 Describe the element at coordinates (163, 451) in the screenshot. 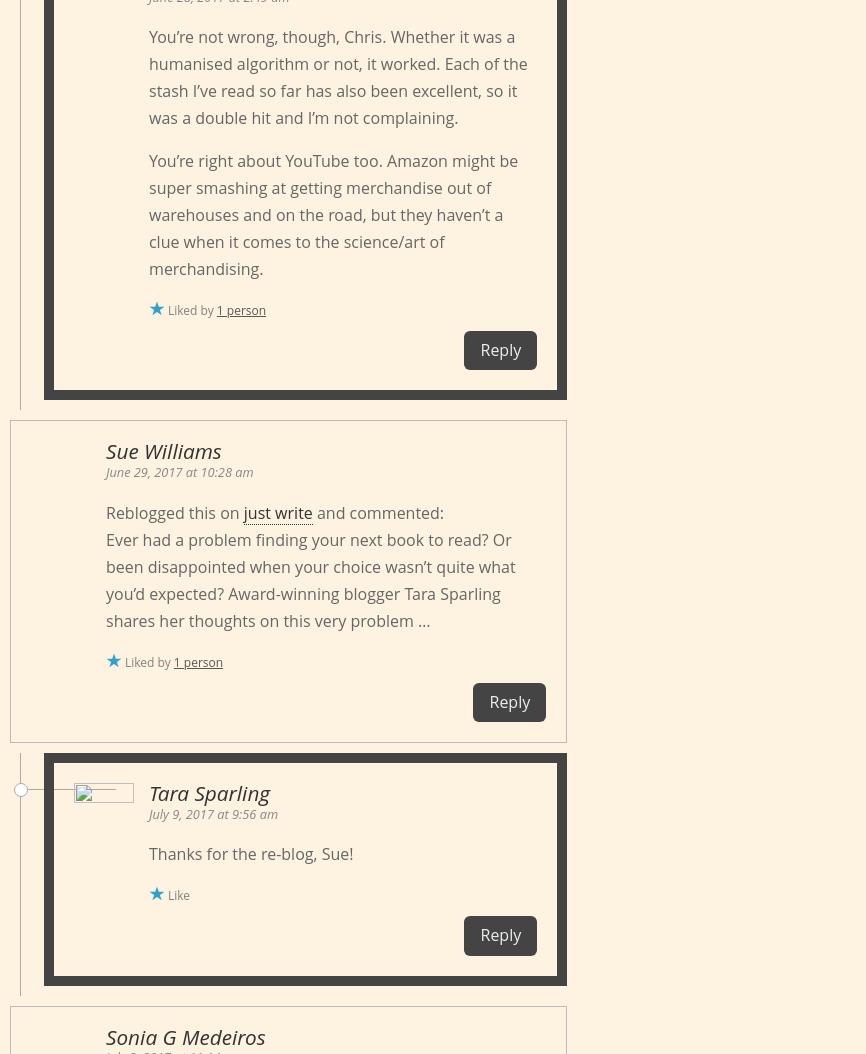

I see `'Sue Williams'` at that location.